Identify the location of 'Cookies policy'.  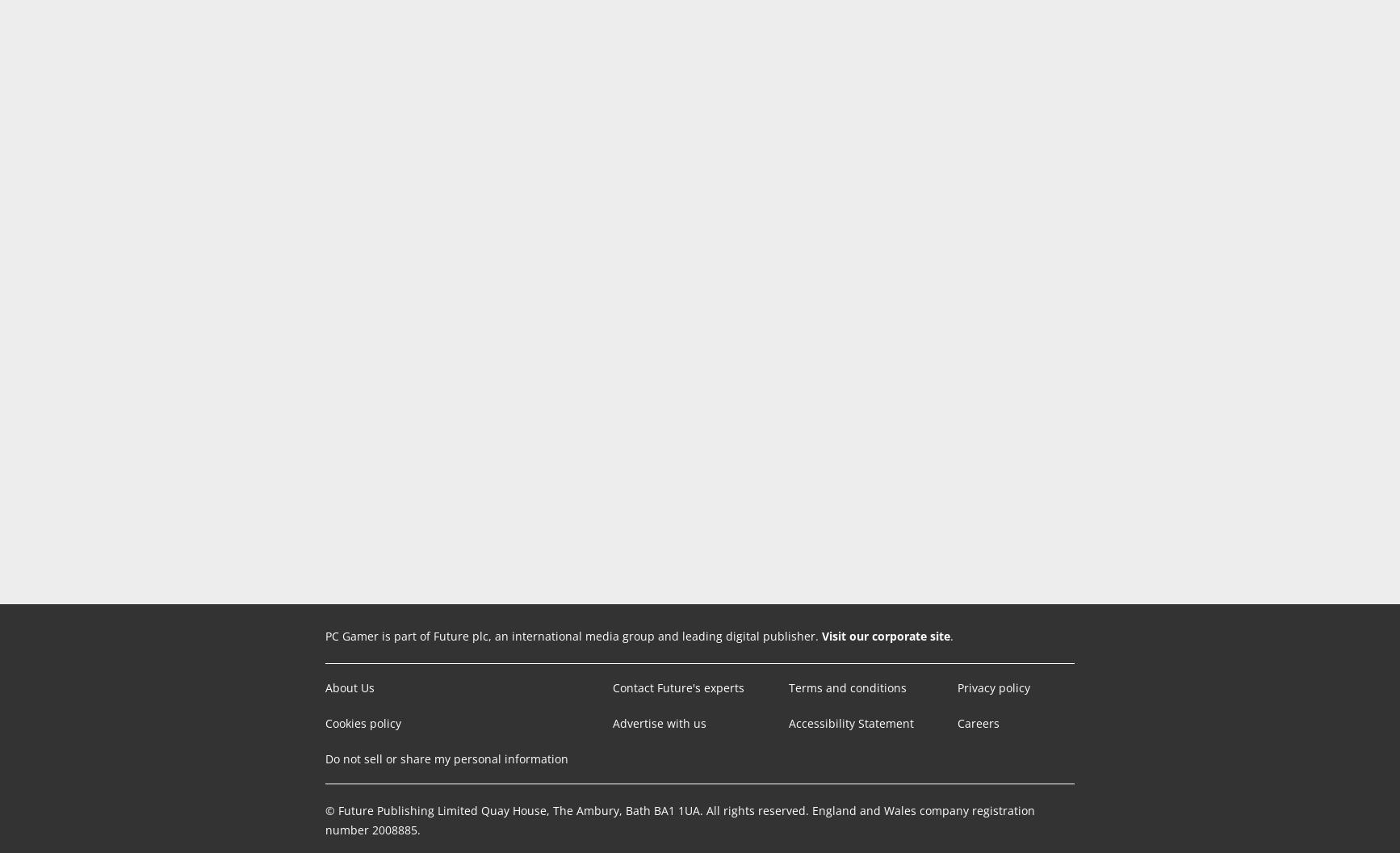
(362, 722).